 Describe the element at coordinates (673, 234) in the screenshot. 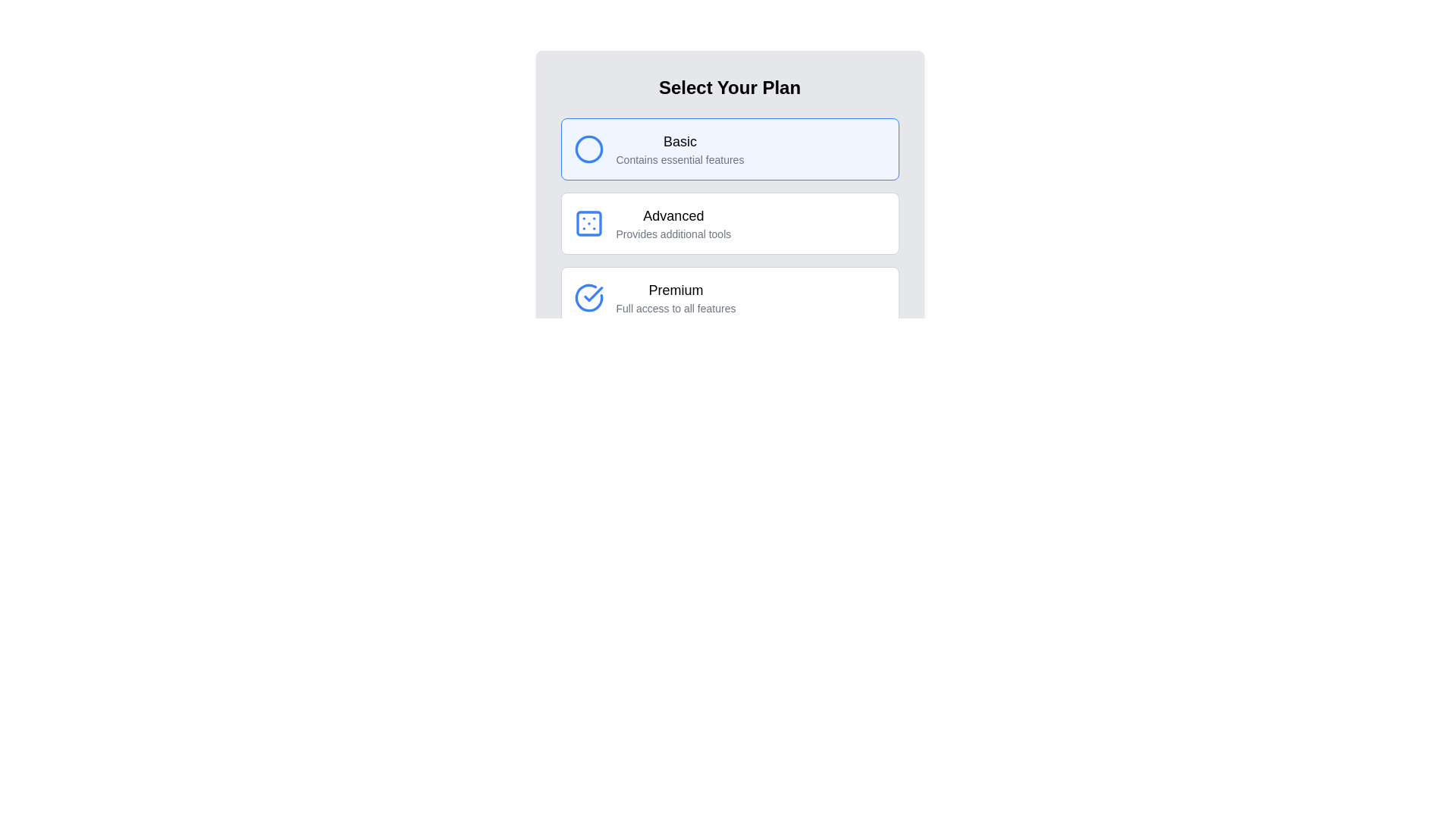

I see `the descriptive text label that provides extra details about the 'Advanced' plan, located under the 'Advanced' label within the selectable option group` at that location.